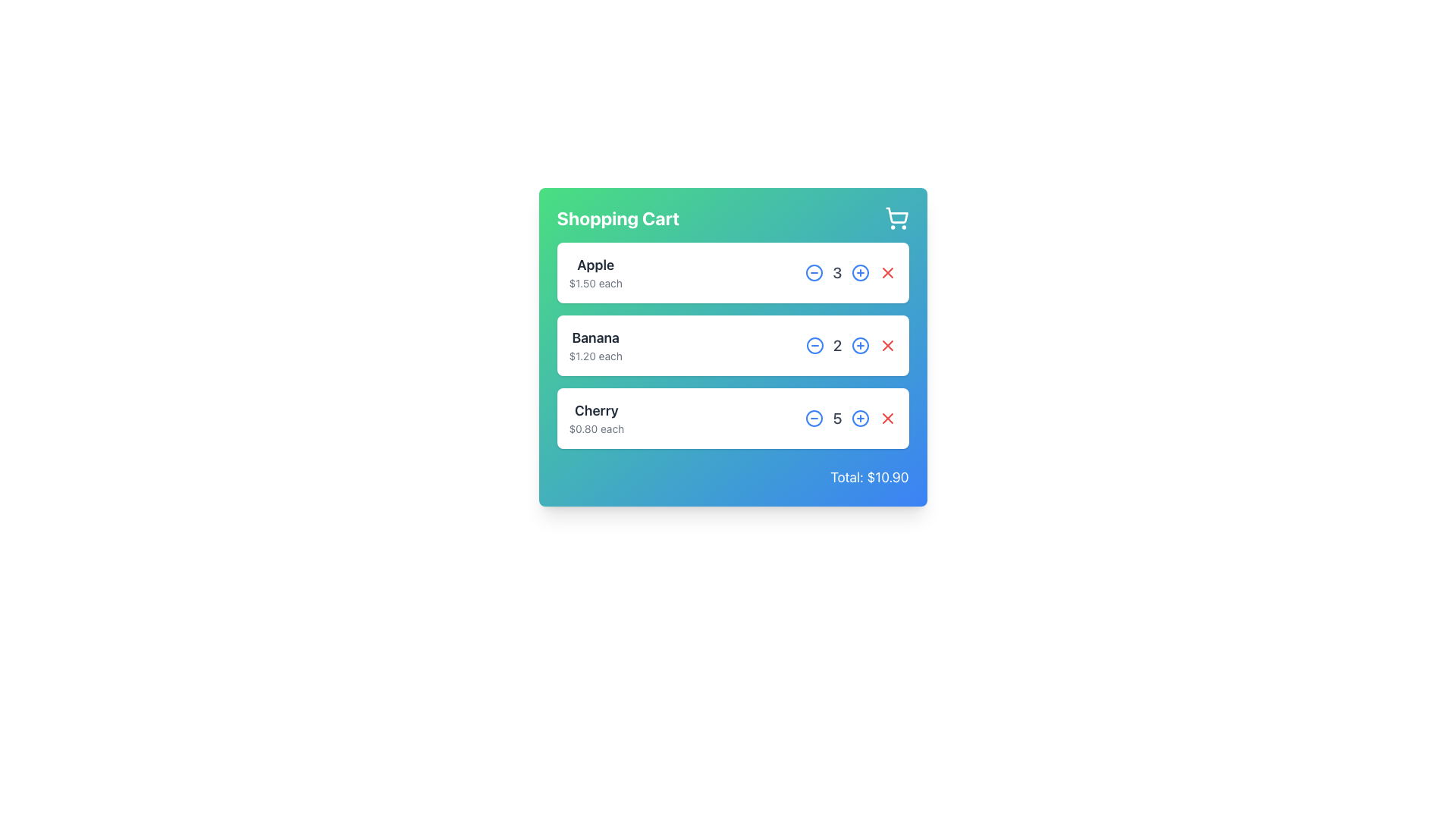  Describe the element at coordinates (860, 345) in the screenshot. I see `the circular plus icon button located in the middle of the shopping cart item row` at that location.